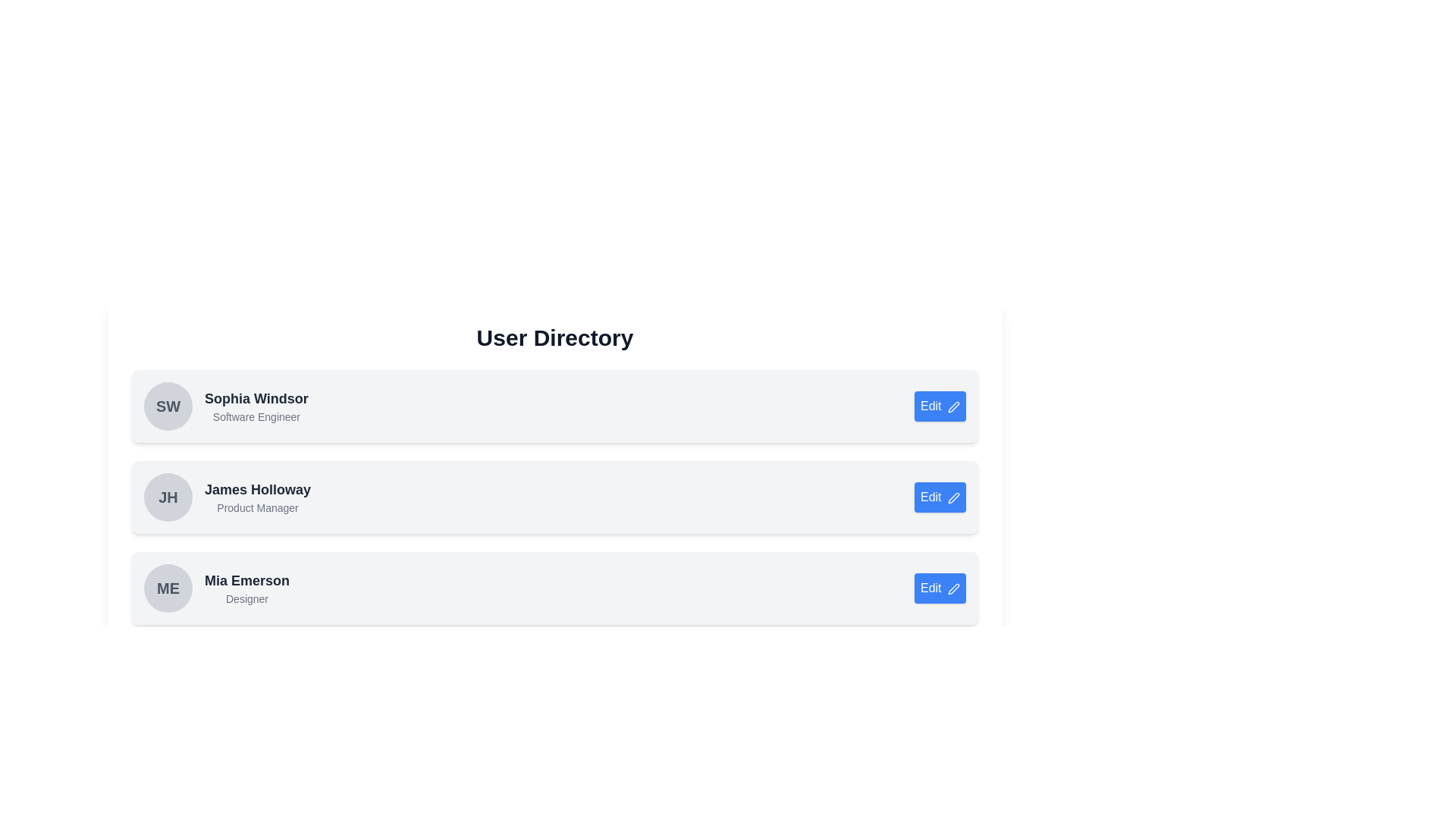 This screenshot has width=1456, height=819. I want to click on the Text element displaying the name 'Mia Emerson' and job title 'Designer', which is the last item in the User Directory, positioned to the right of the circular avatar labeled 'ME', so click(247, 587).